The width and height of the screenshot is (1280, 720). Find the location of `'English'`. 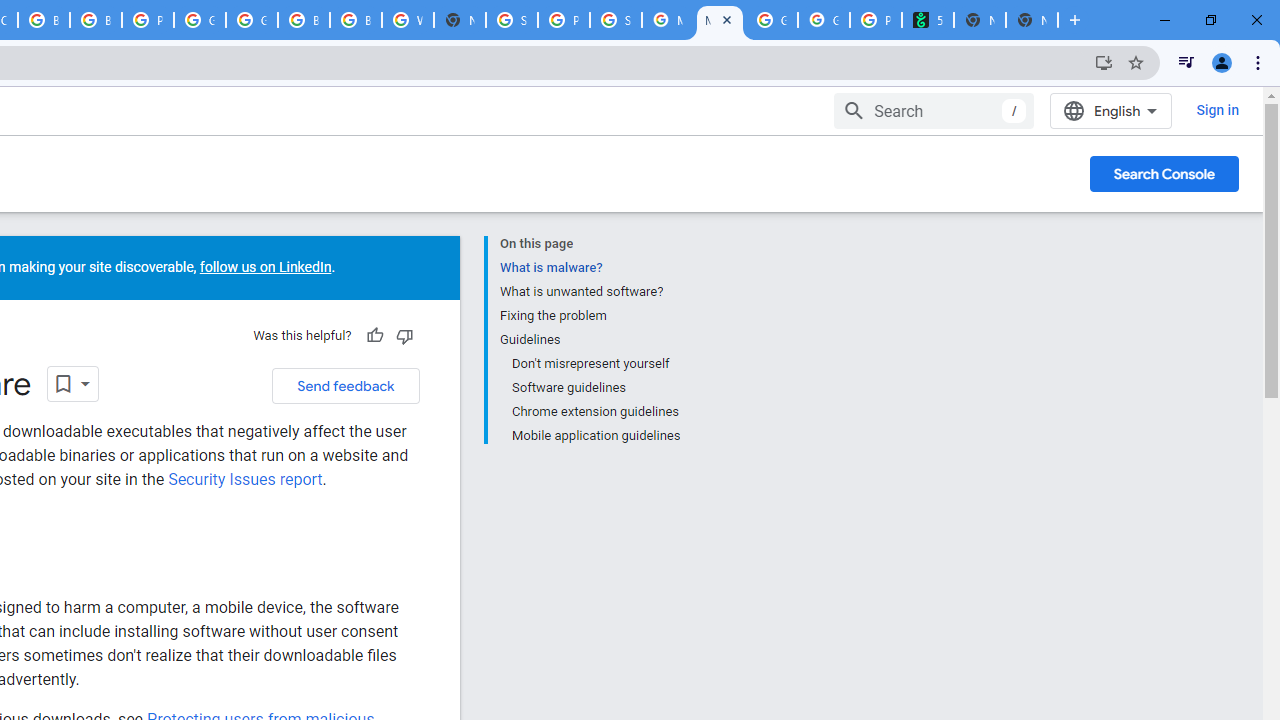

'English' is located at coordinates (1110, 110).